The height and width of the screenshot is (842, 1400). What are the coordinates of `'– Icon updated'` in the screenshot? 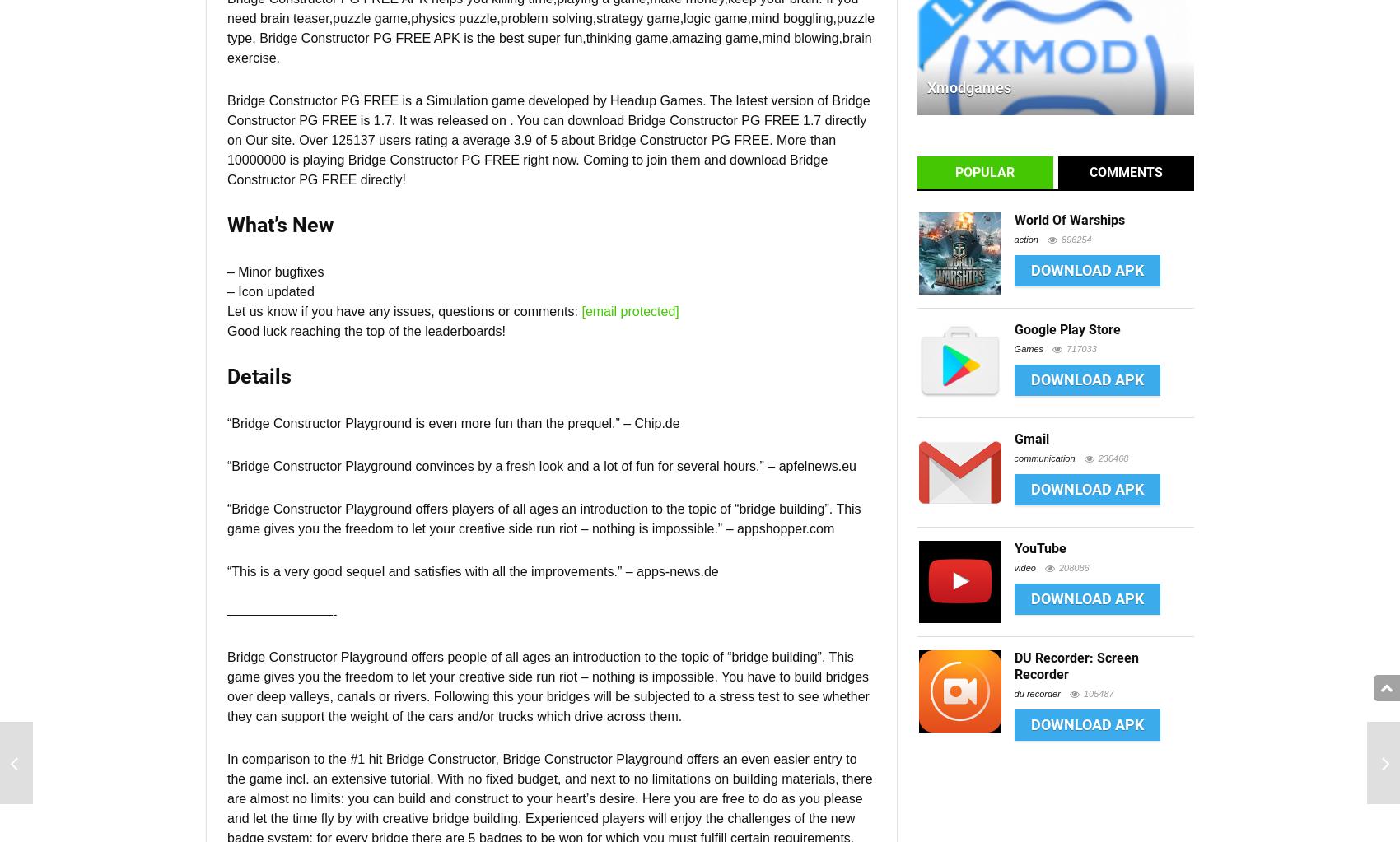 It's located at (269, 291).